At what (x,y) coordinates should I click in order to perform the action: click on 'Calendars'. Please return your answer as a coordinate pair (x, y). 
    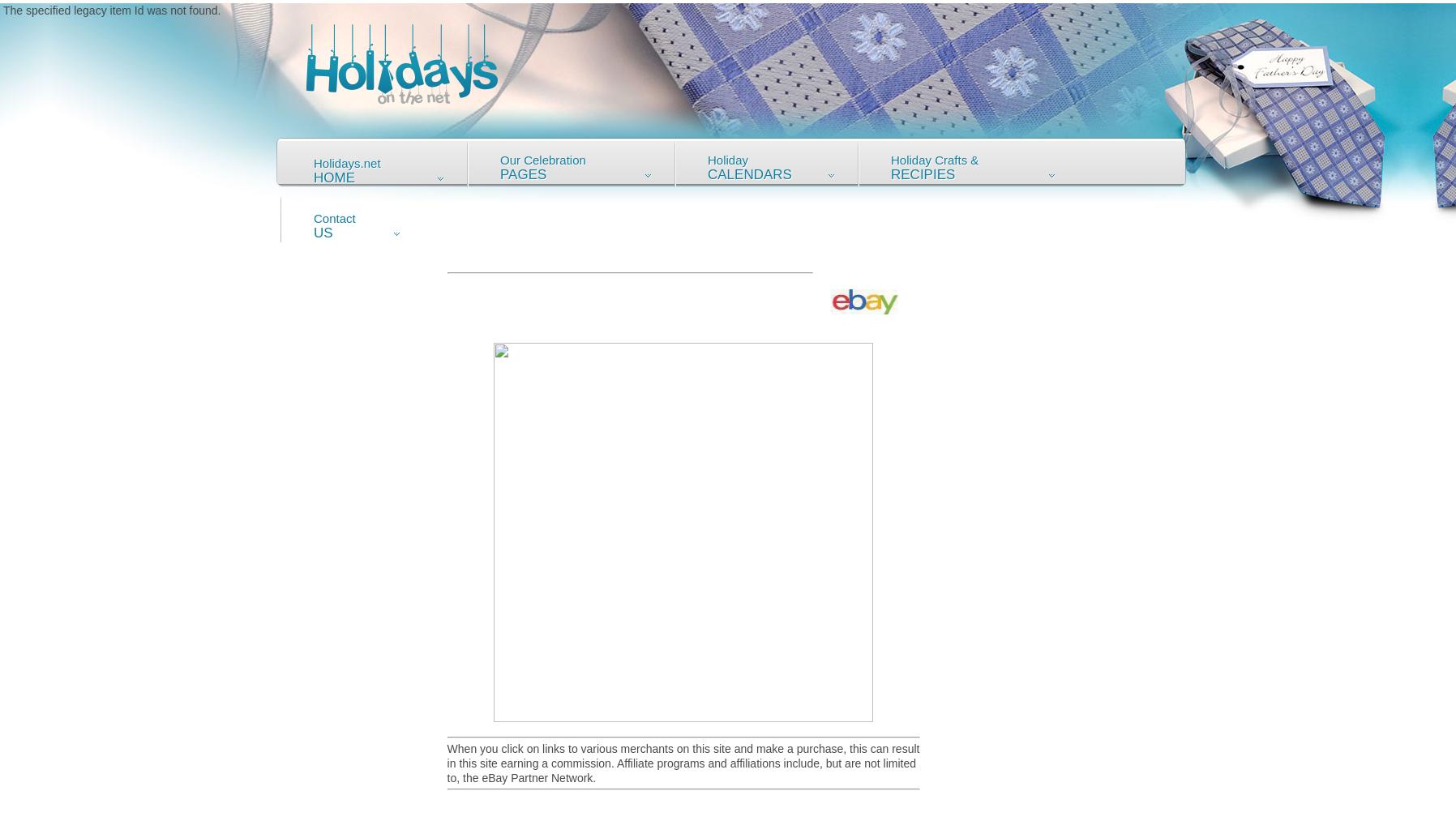
    Looking at the image, I should click on (748, 173).